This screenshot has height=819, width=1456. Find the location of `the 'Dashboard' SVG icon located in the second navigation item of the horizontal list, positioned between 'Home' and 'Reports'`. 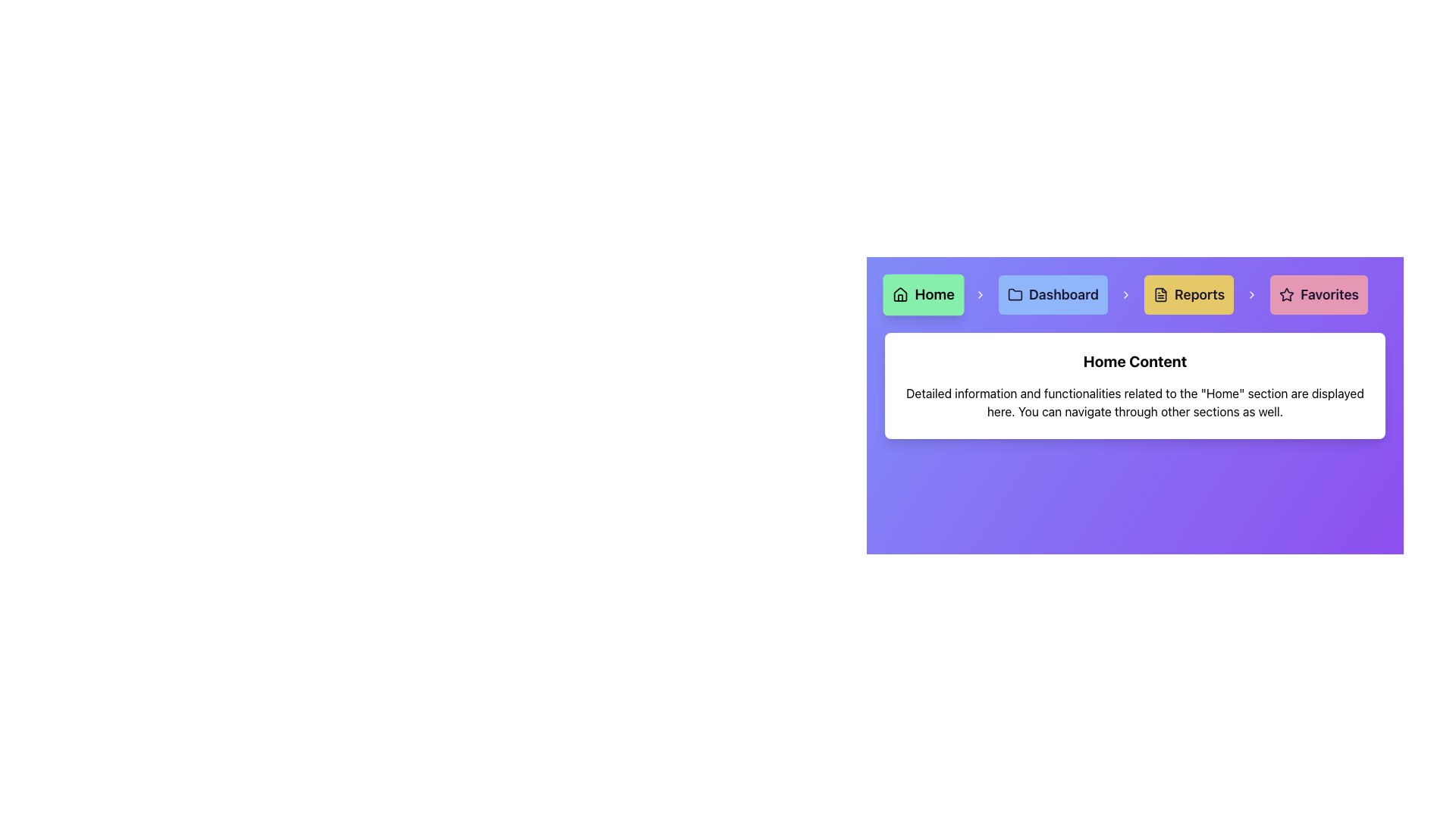

the 'Dashboard' SVG icon located in the second navigation item of the horizontal list, positioned between 'Home' and 'Reports' is located at coordinates (1015, 294).